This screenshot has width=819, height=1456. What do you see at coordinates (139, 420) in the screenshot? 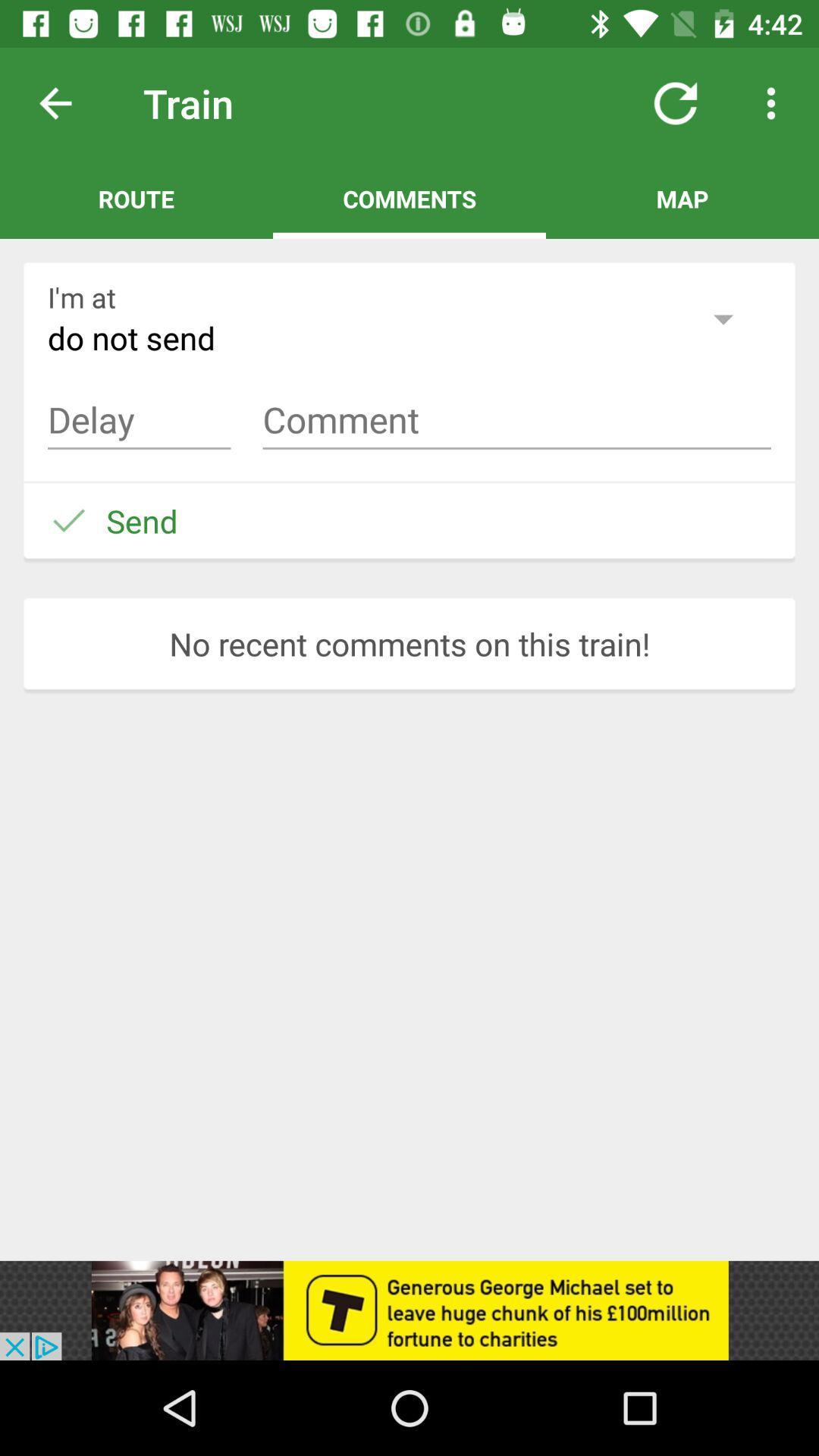
I see `a delay time` at bounding box center [139, 420].